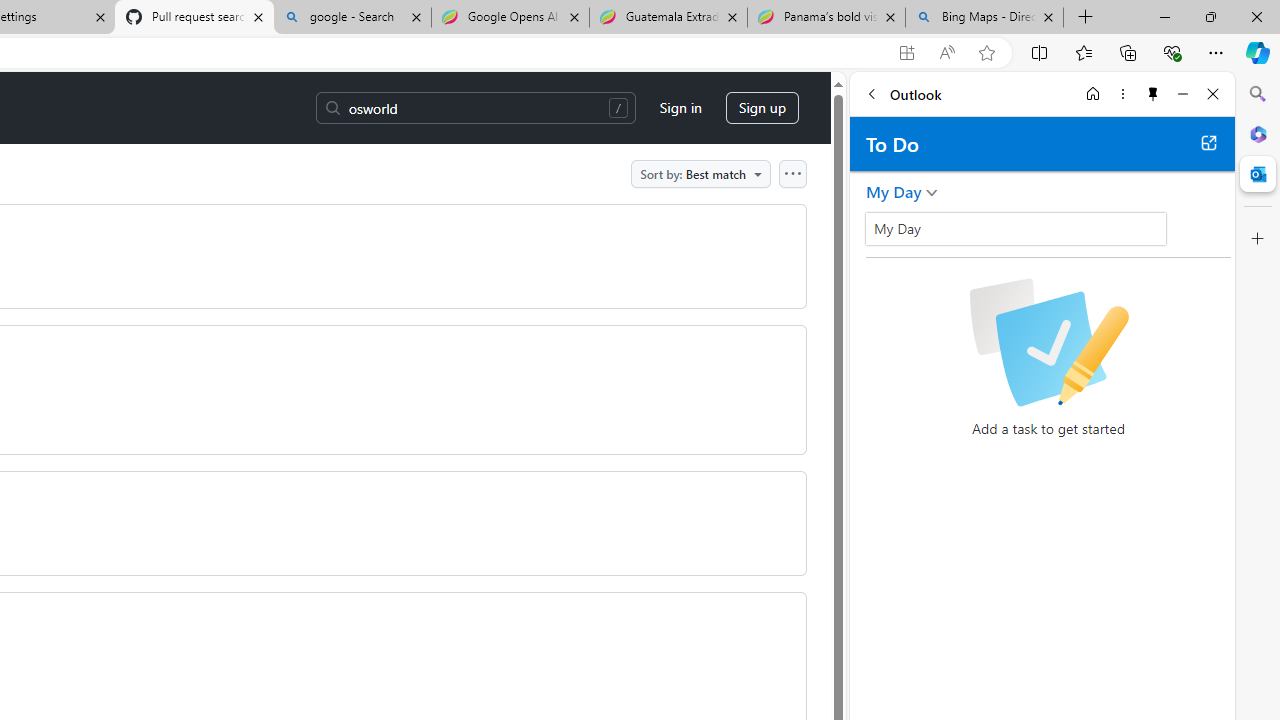 The height and width of the screenshot is (720, 1280). What do you see at coordinates (791, 172) in the screenshot?
I see `'Open column options'` at bounding box center [791, 172].